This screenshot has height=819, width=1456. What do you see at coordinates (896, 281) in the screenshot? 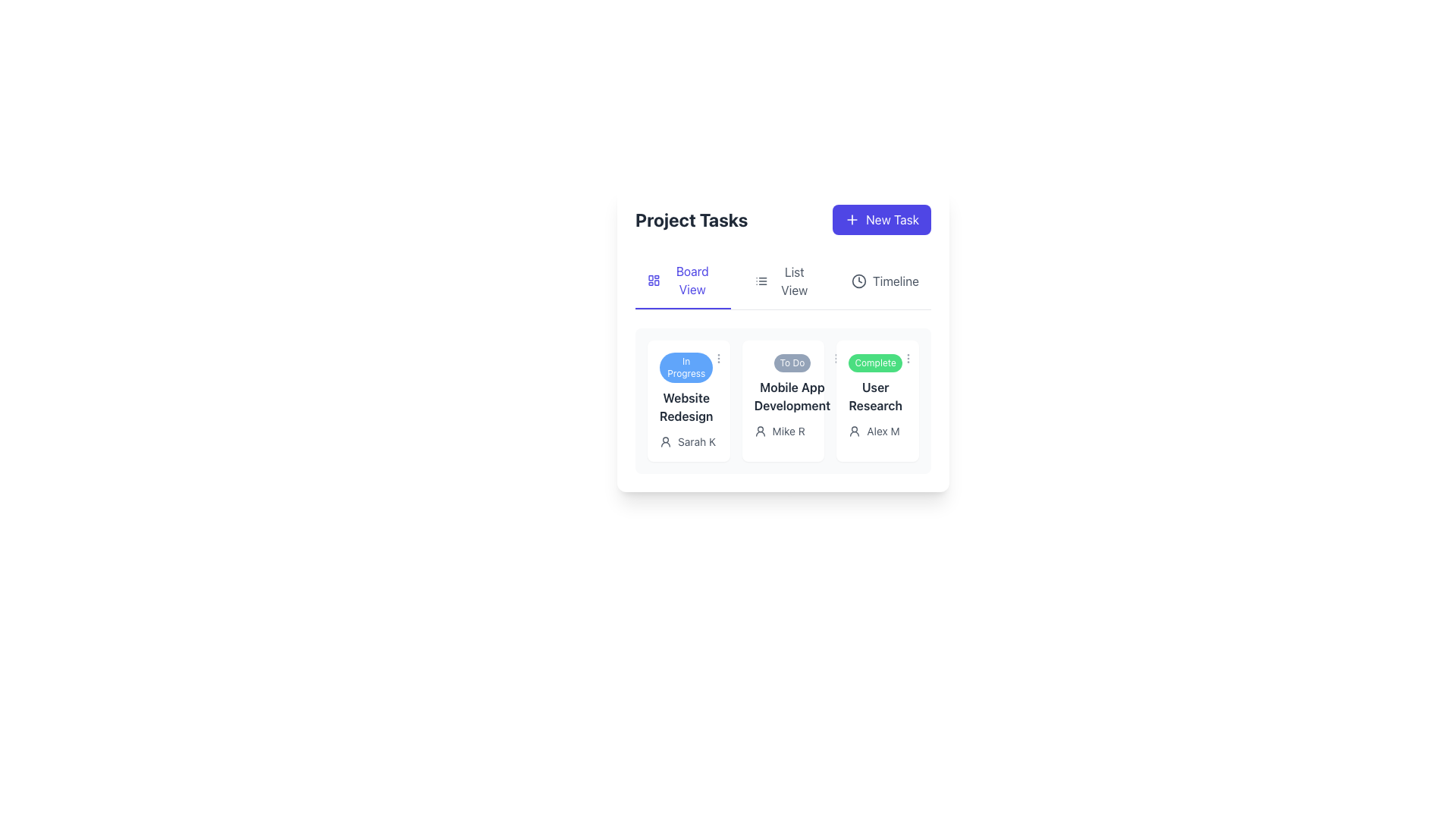
I see `the 'Timeline' text label, which is displayed in a clear sans-serif font and is located to the right of a clock icon` at bounding box center [896, 281].